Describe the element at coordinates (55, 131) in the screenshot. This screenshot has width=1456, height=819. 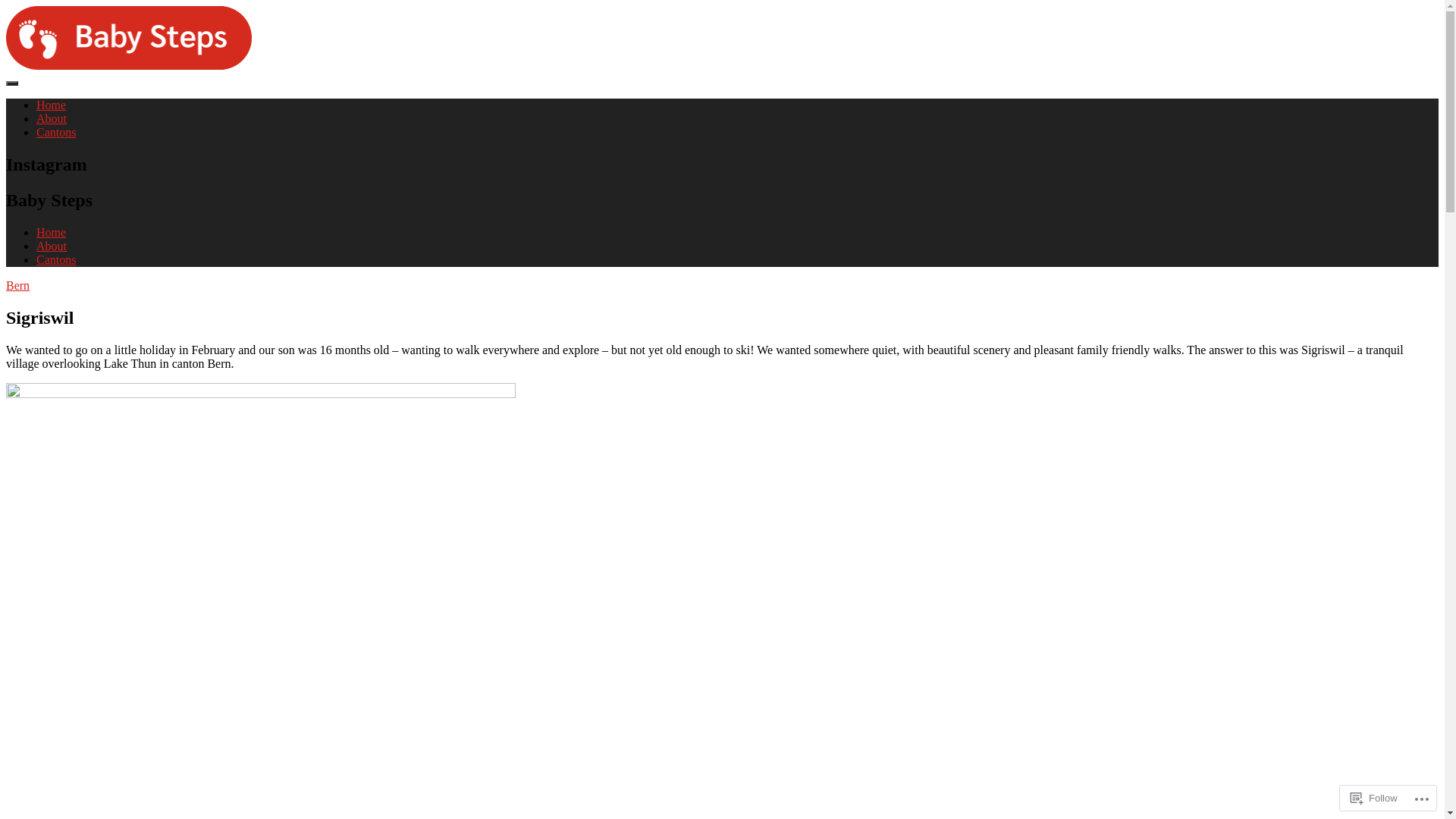
I see `'Cantons'` at that location.